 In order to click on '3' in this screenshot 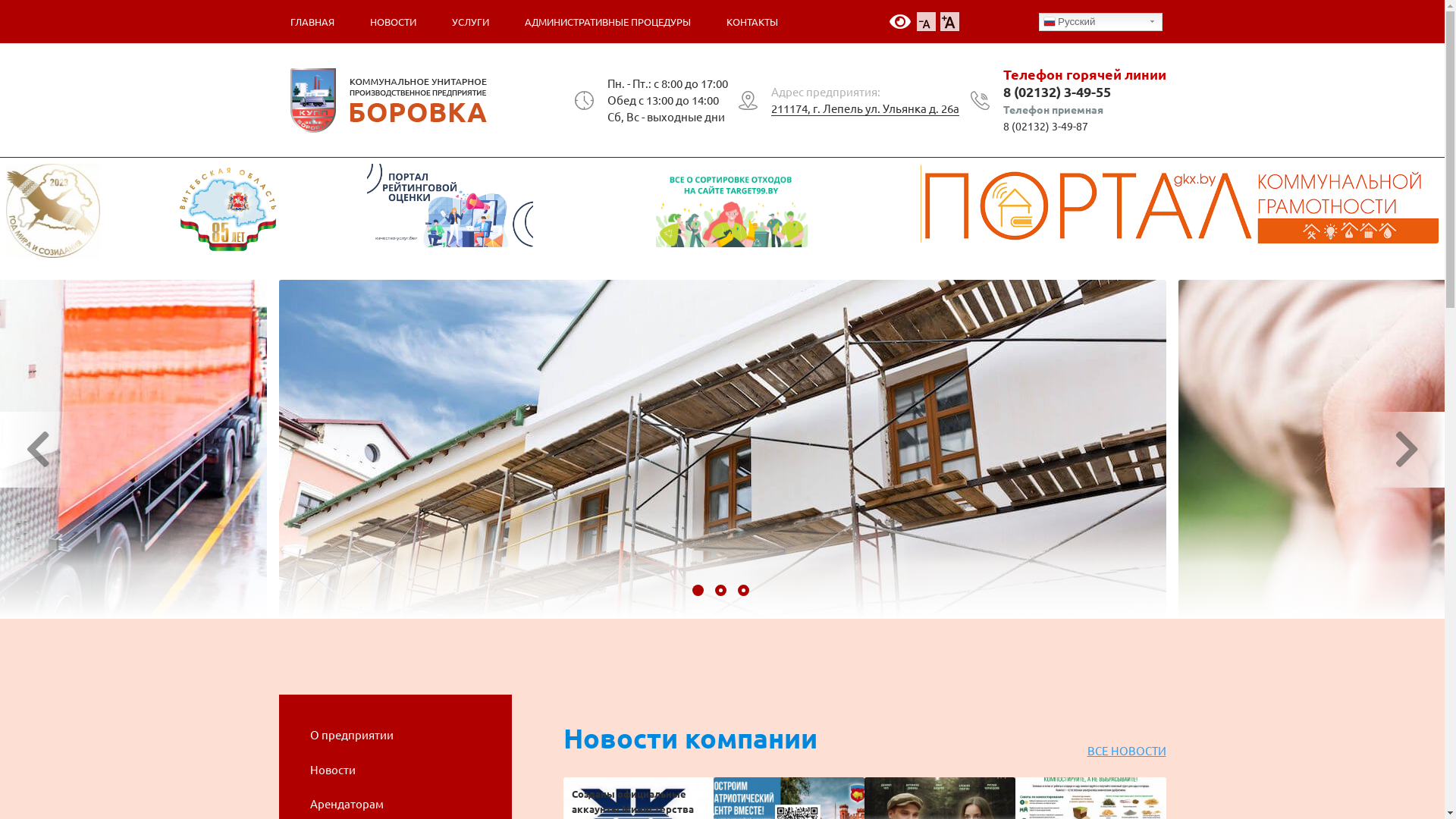, I will do `click(745, 591)`.